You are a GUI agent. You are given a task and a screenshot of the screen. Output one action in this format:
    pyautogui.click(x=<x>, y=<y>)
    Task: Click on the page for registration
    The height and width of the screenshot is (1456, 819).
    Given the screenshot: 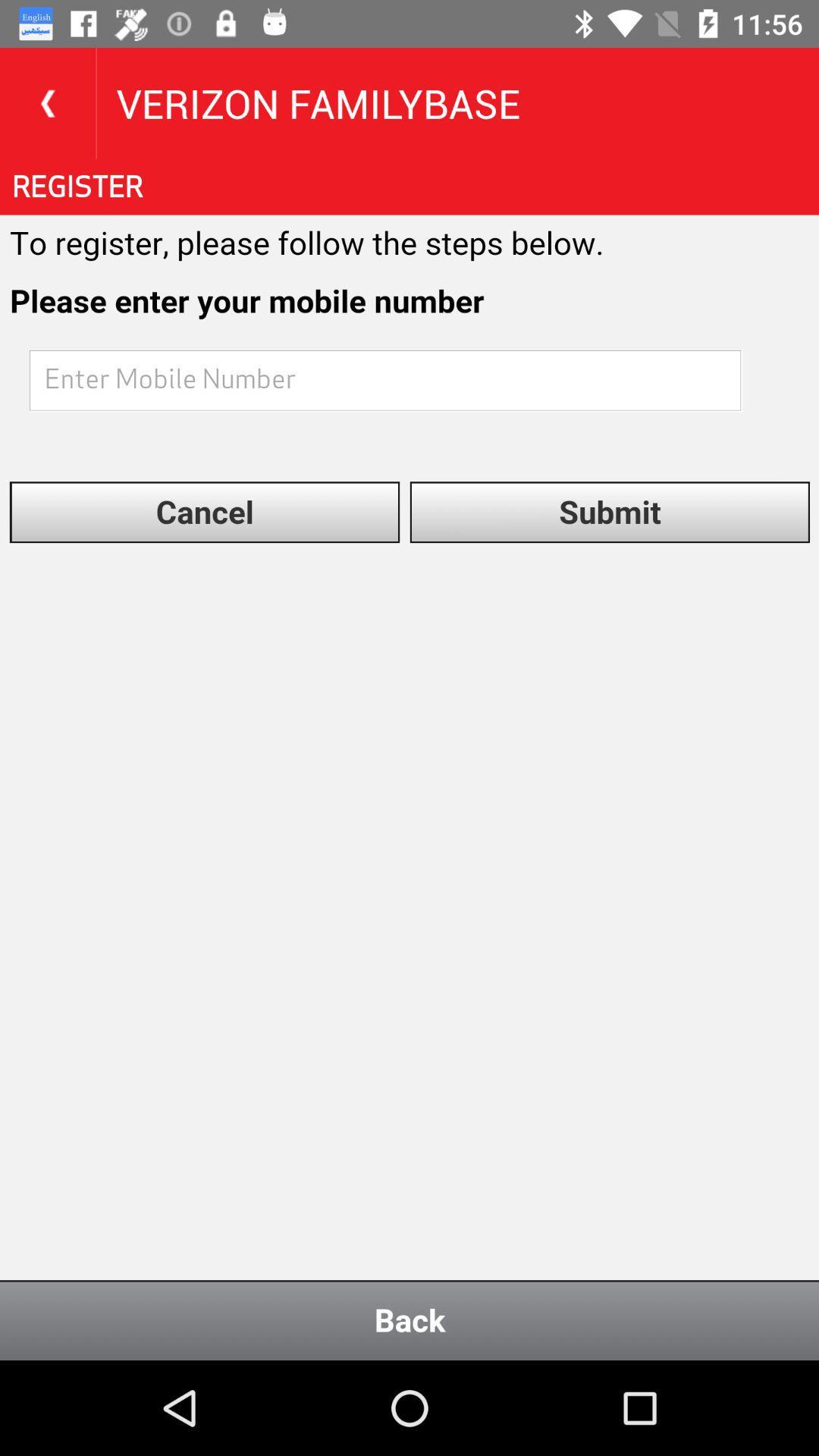 What is the action you would take?
    pyautogui.click(x=409, y=760)
    